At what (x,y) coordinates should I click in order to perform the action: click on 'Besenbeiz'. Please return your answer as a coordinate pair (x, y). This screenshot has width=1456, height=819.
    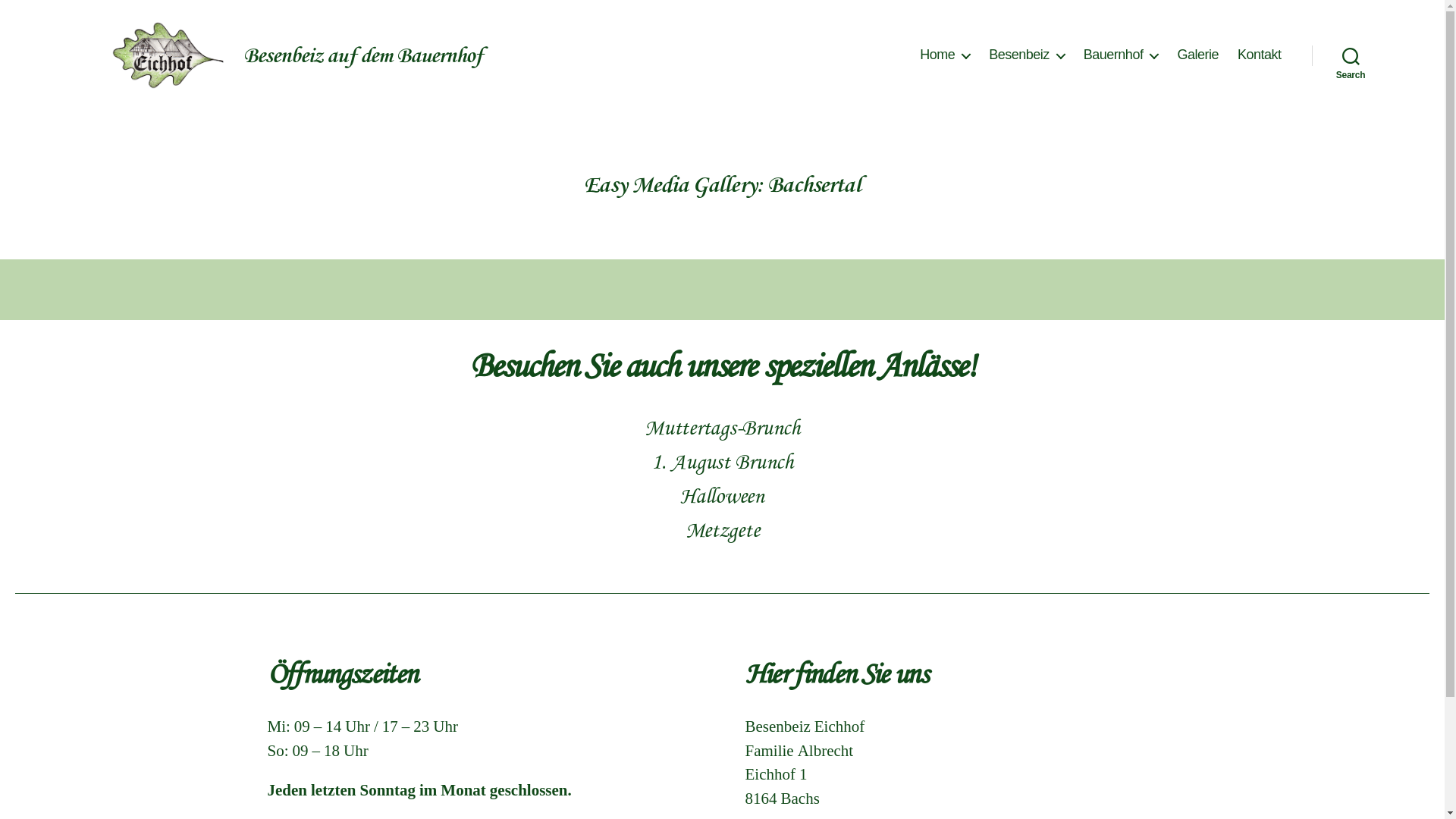
    Looking at the image, I should click on (1026, 55).